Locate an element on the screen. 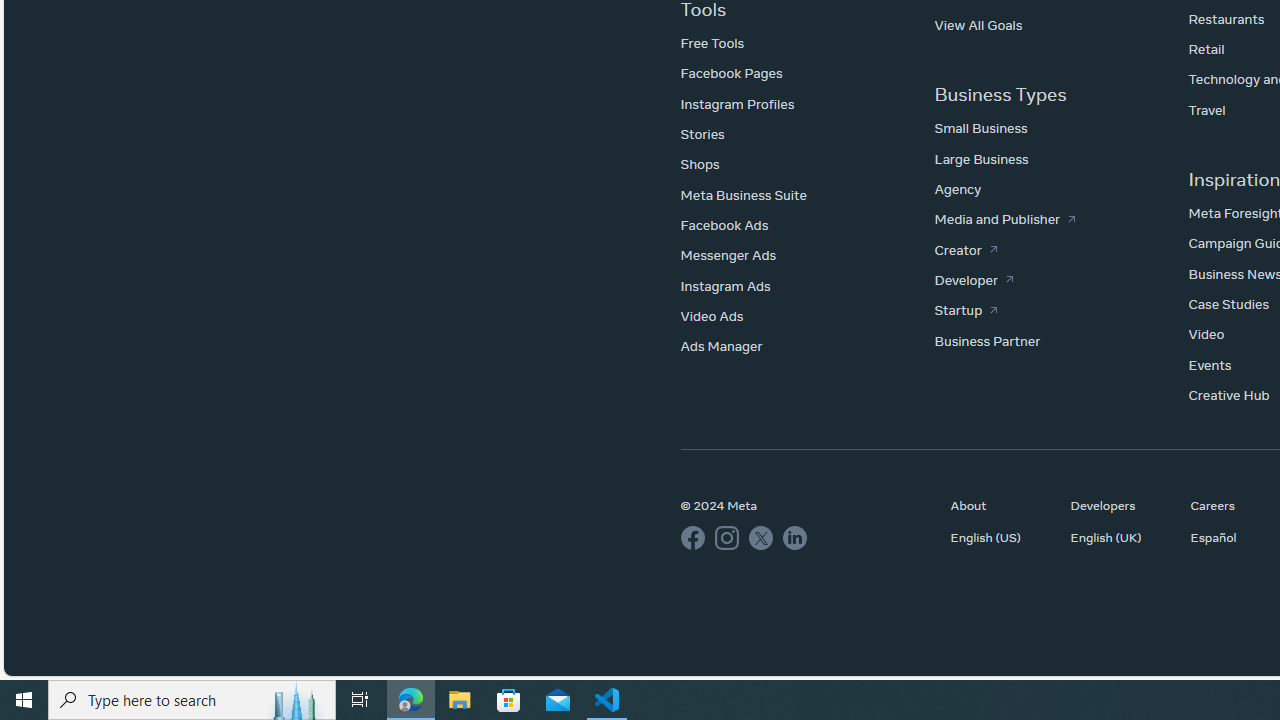 The width and height of the screenshot is (1280, 720). 'English (UK)' is located at coordinates (1120, 536).